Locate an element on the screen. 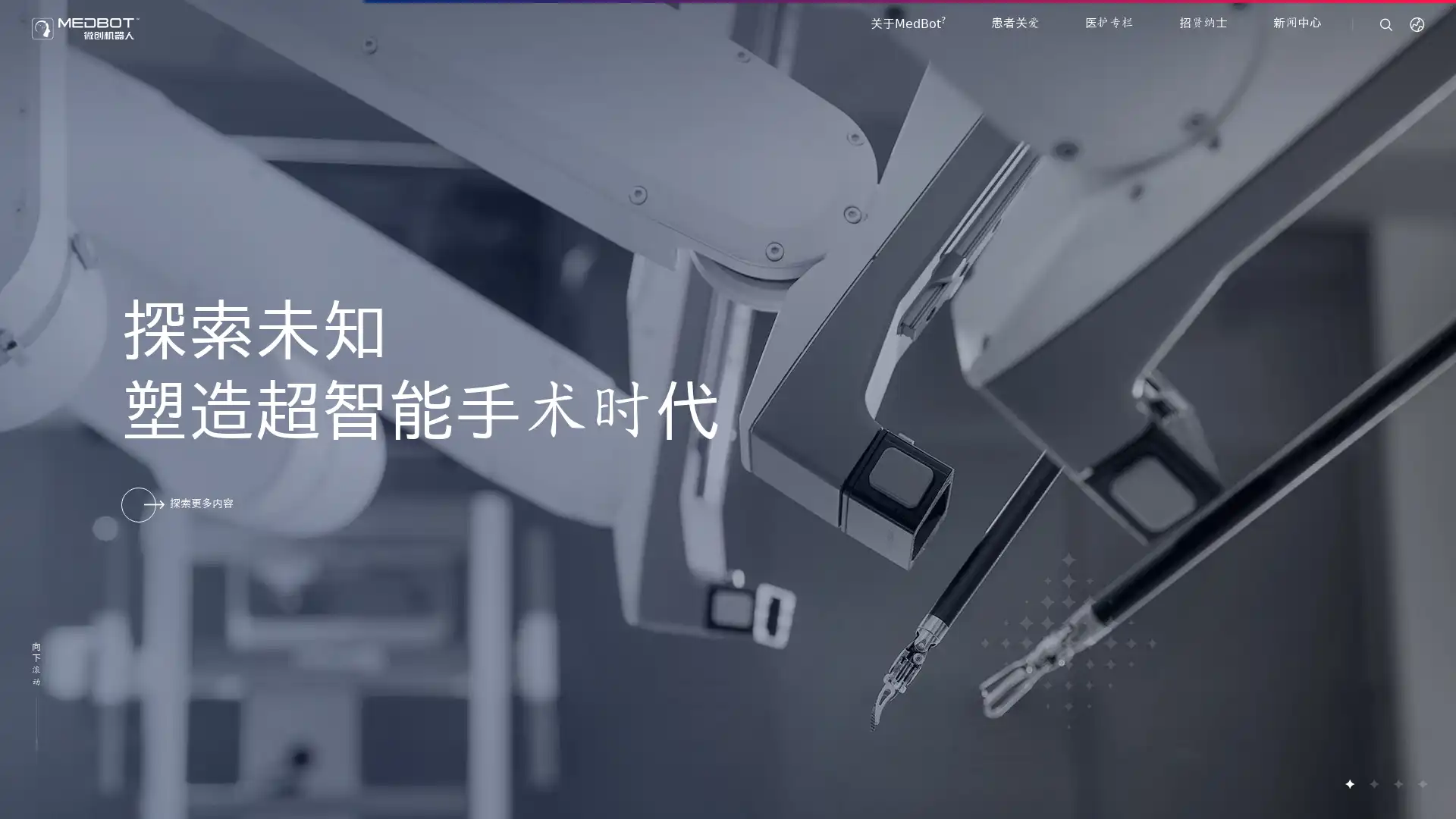 The width and height of the screenshot is (1456, 819). Go to slide 1 is located at coordinates (1349, 783).